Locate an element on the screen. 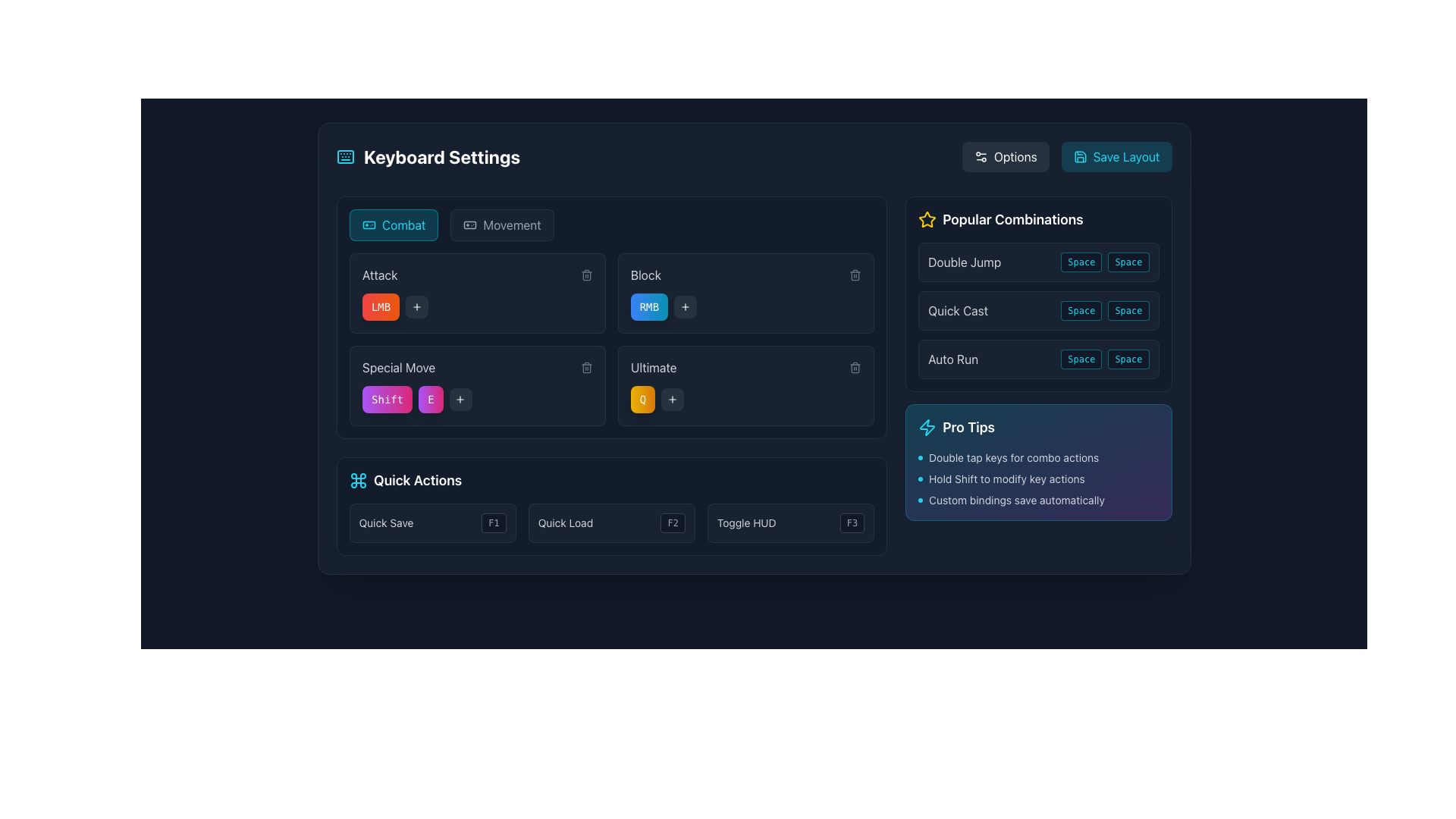 Image resolution: width=1456 pixels, height=819 pixels. the second 'Space' button with cyan text located in the 'Double Jump' row under the 'Popular Combinations' section is located at coordinates (1128, 262).